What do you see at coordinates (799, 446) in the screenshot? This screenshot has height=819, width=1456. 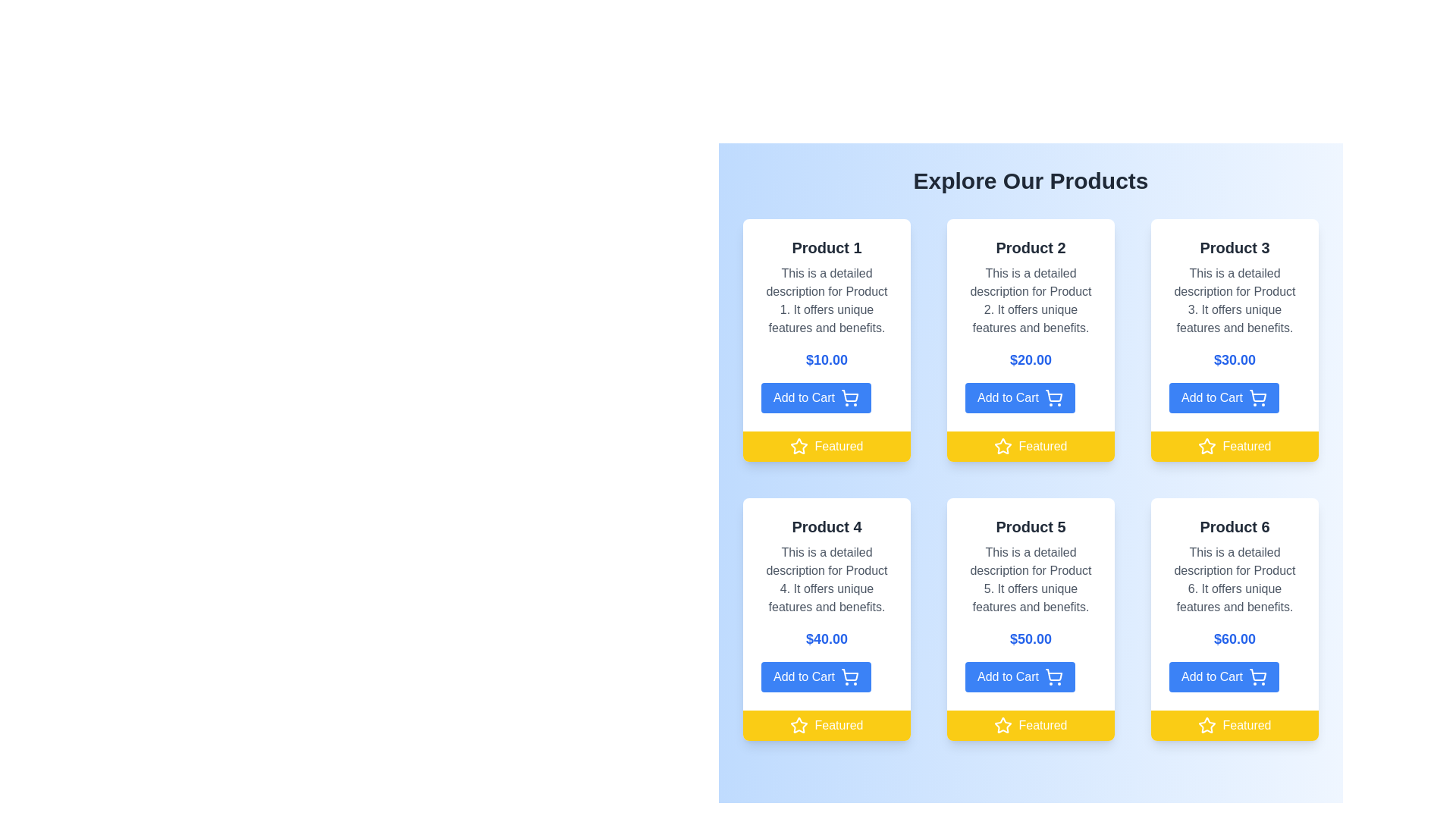 I see `the 'Featured' star icon located at the bottom-left corner of the 'Product 1' card as a visual cue` at bounding box center [799, 446].